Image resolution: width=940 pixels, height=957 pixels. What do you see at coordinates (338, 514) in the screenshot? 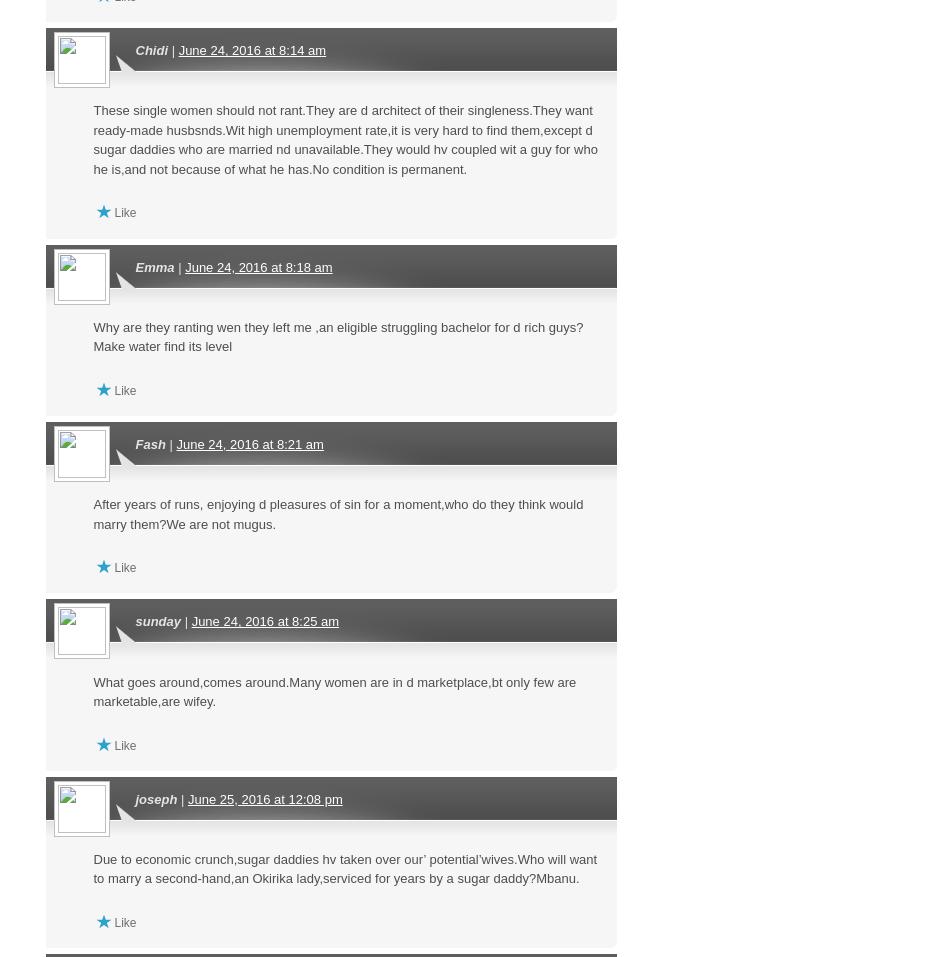
I see `'After years of runs, enjoying d pleasures of sin for a moment,who do they think would marry them?We are not mugus.'` at bounding box center [338, 514].